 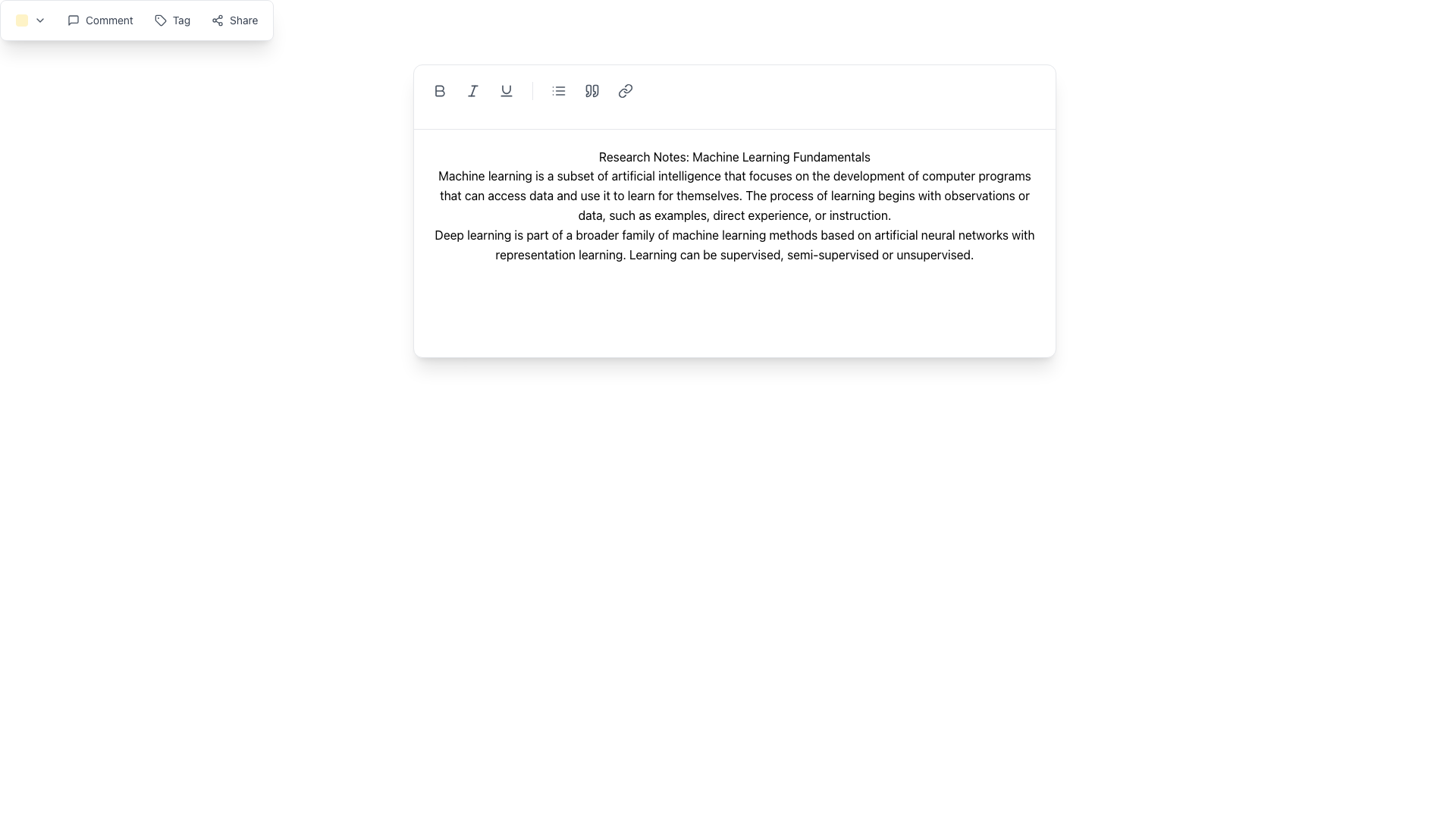 I want to click on the bold formatting icon located in the top-left corner of the interface, so click(x=439, y=90).